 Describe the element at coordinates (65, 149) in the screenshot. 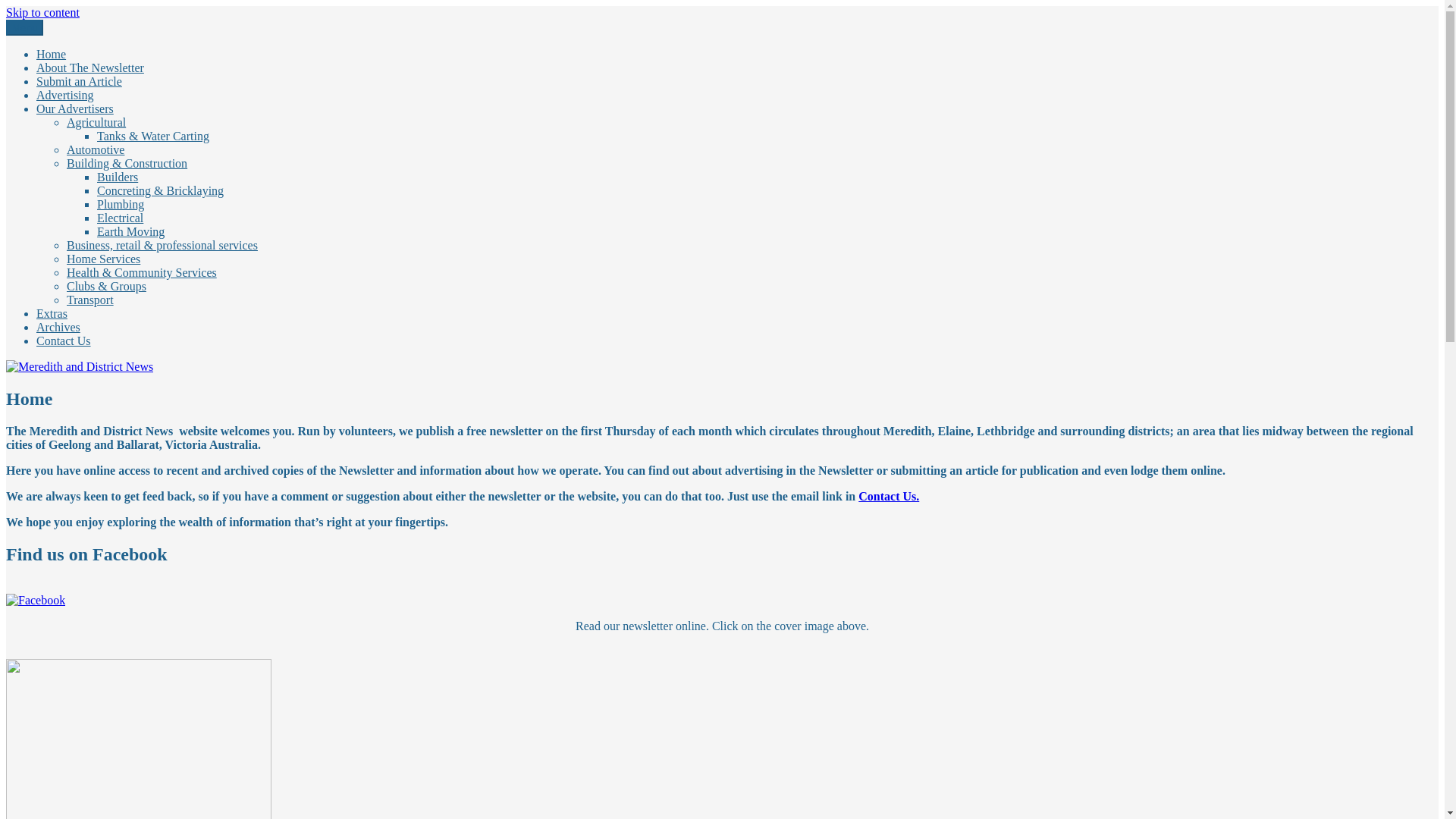

I see `'Automotive'` at that location.